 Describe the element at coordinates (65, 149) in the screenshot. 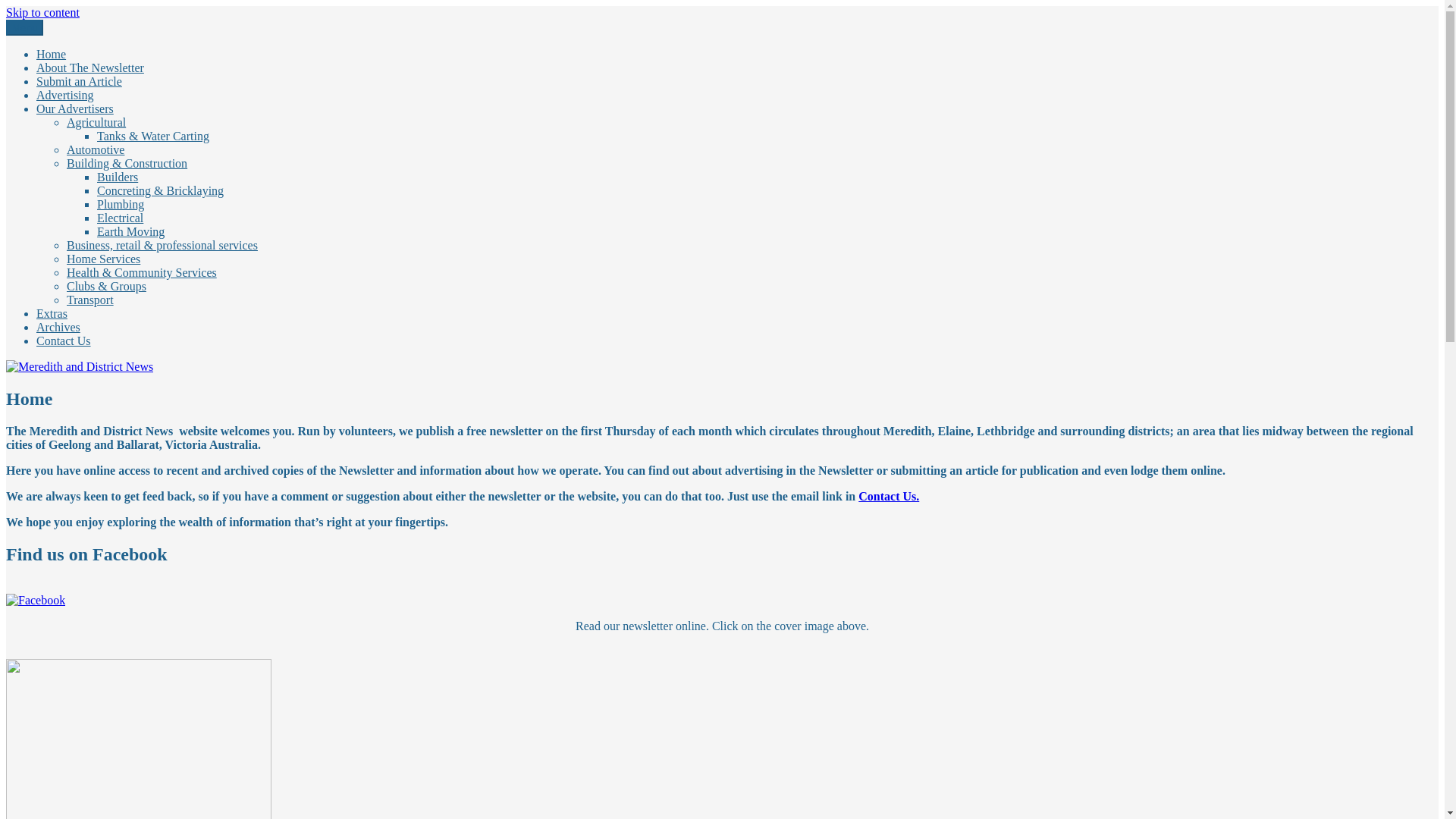

I see `'Automotive'` at that location.